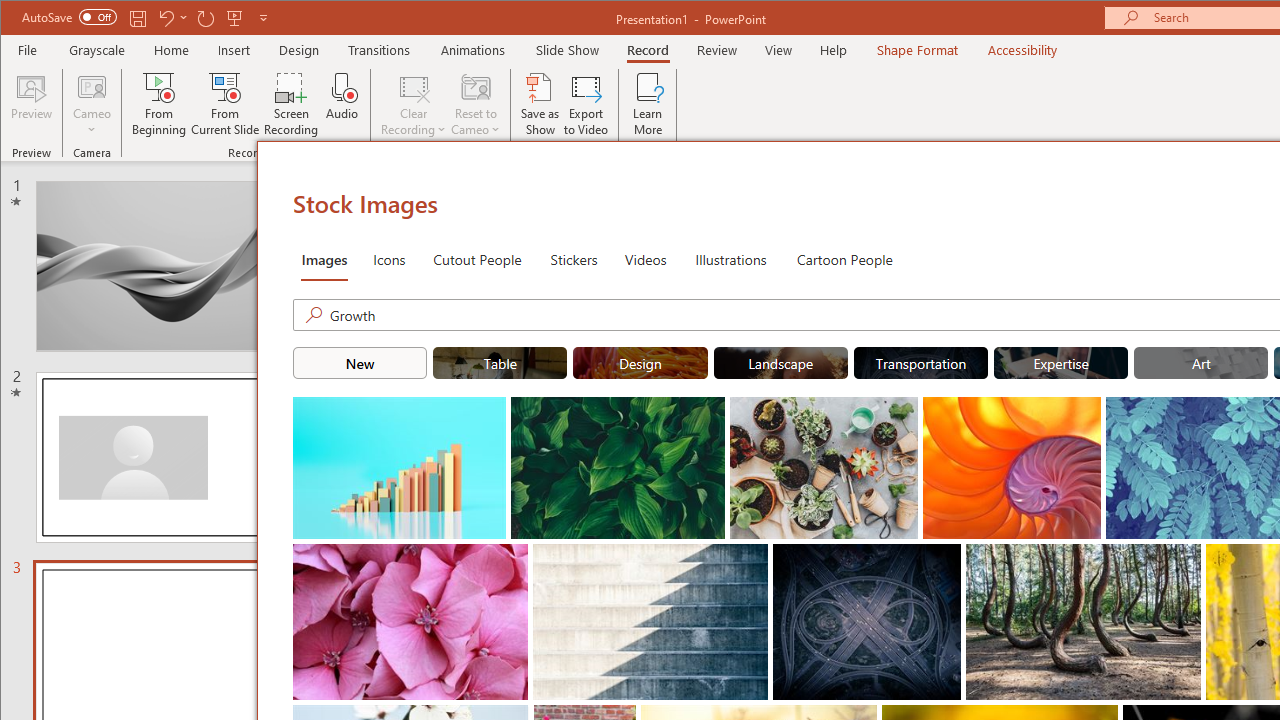  Describe the element at coordinates (844, 257) in the screenshot. I see `'Cartoon People'` at that location.